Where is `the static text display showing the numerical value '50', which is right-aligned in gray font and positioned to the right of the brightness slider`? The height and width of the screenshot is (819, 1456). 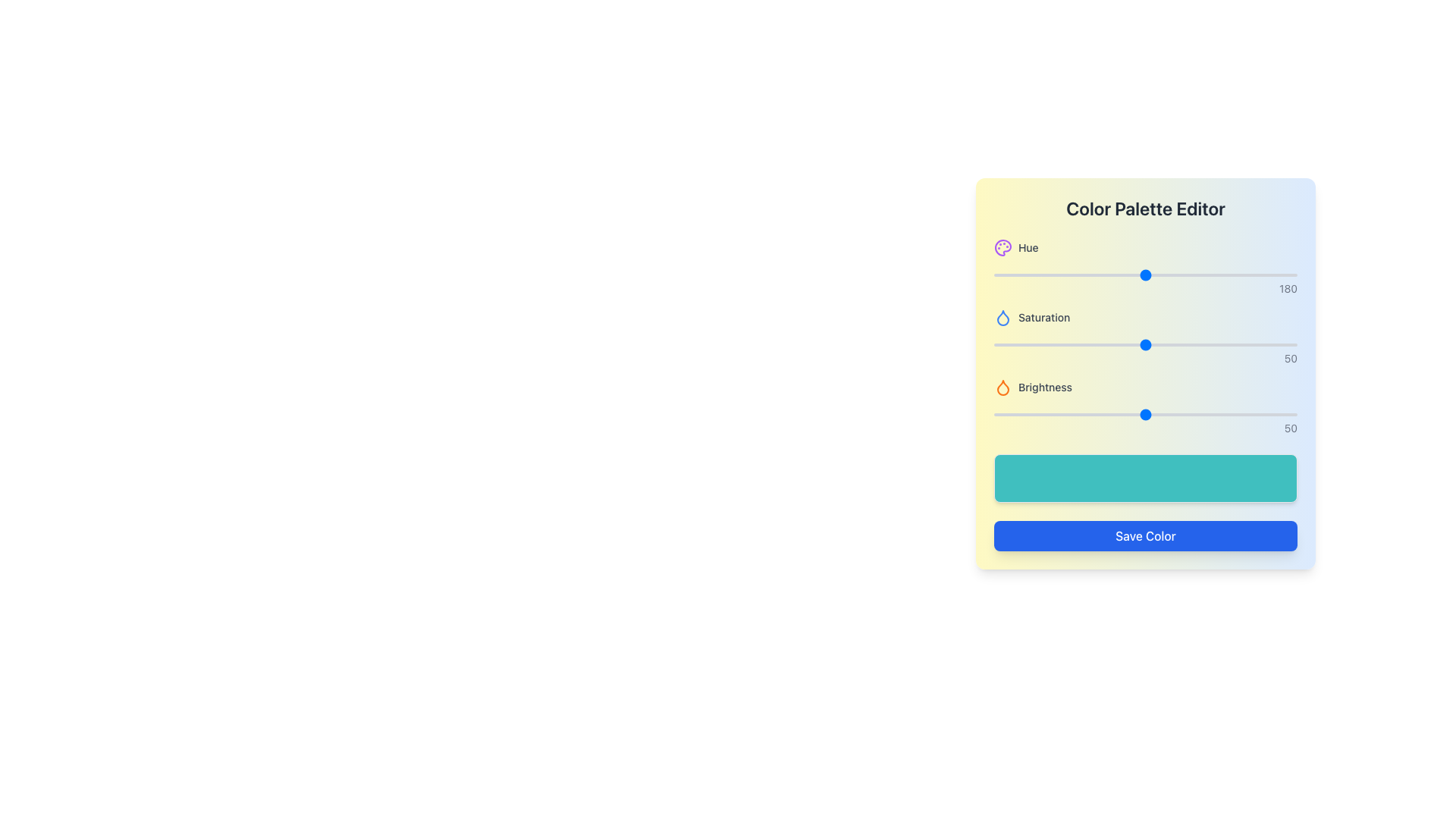 the static text display showing the numerical value '50', which is right-aligned in gray font and positioned to the right of the brightness slider is located at coordinates (1146, 428).